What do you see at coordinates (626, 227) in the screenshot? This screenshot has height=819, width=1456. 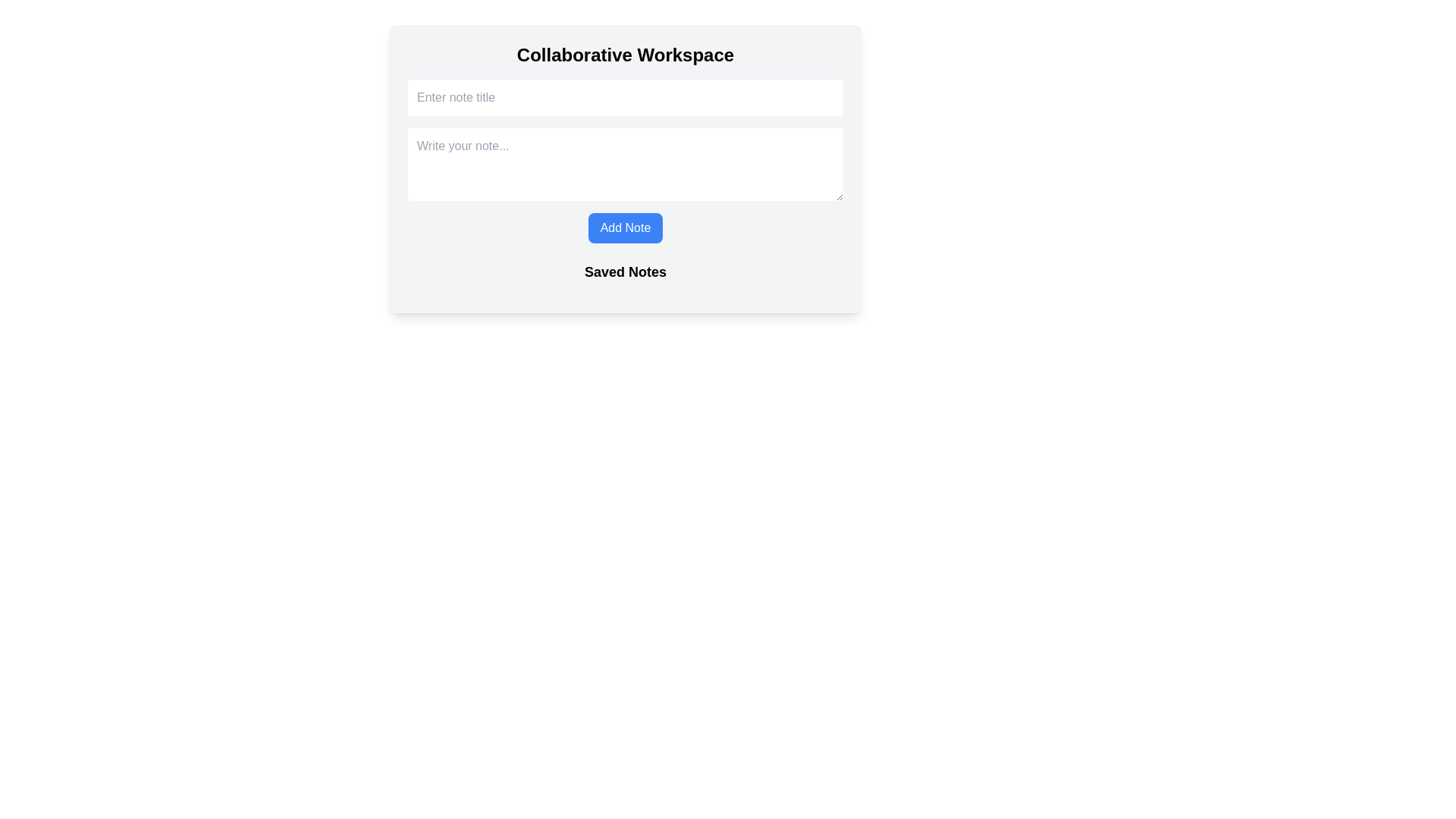 I see `the 'Add Note' button, which is a blue rectangular button with white text, to observe the visual change indicating interactivity` at bounding box center [626, 227].